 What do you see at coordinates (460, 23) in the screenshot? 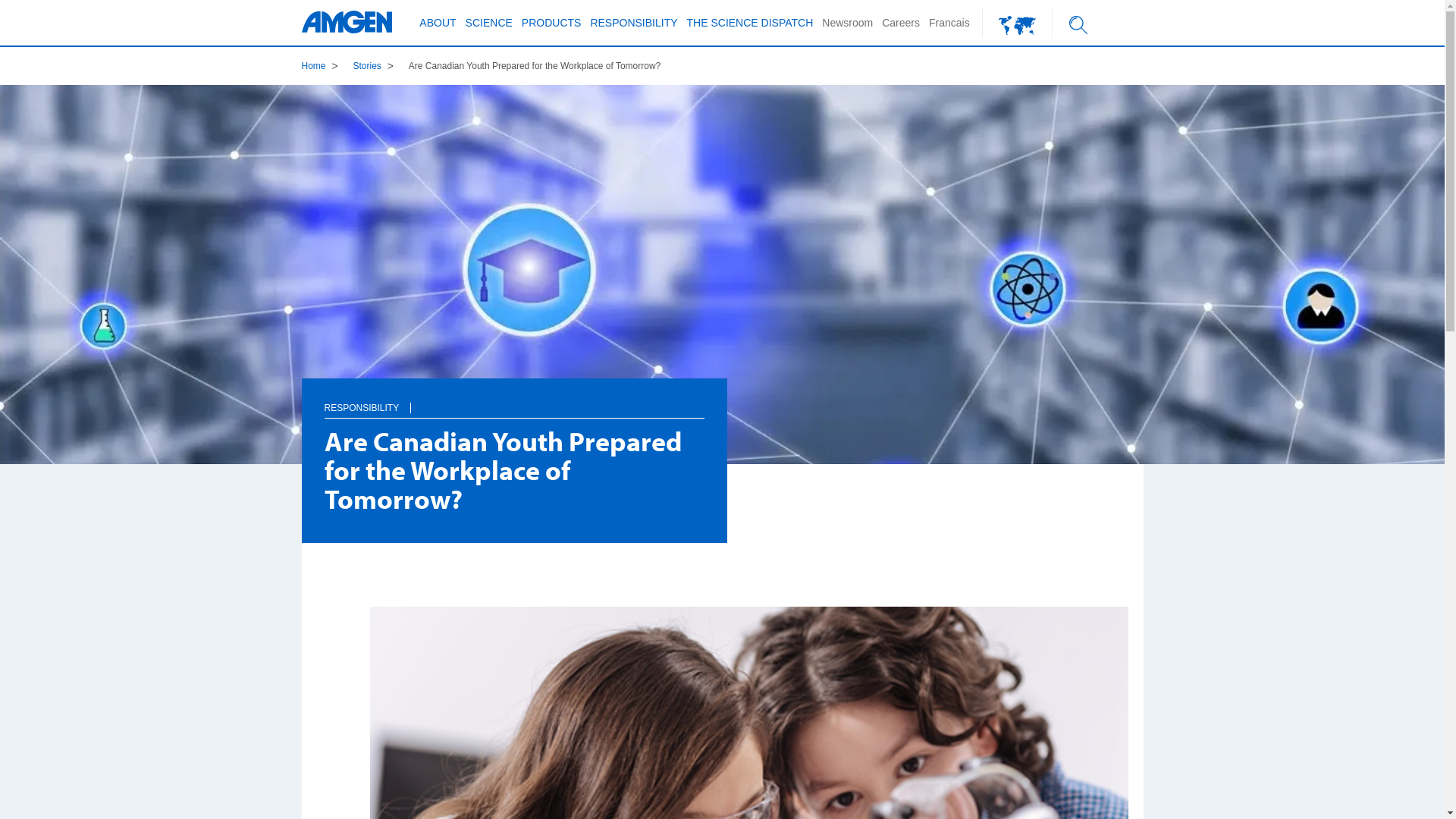
I see `'SCIENCE'` at bounding box center [460, 23].